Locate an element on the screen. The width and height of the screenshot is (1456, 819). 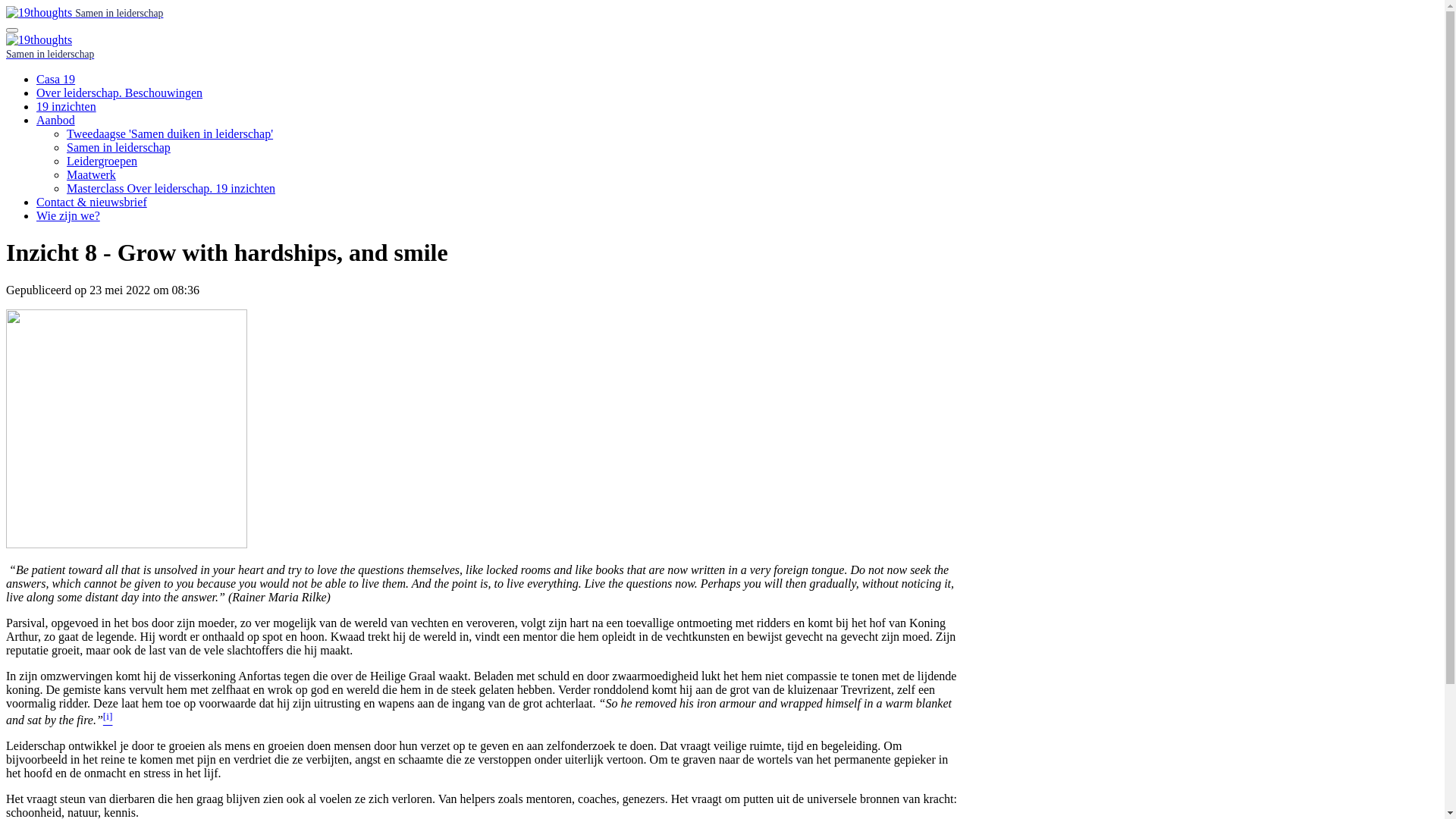
'Over leiderschap. Beschouwingen' is located at coordinates (36, 93).